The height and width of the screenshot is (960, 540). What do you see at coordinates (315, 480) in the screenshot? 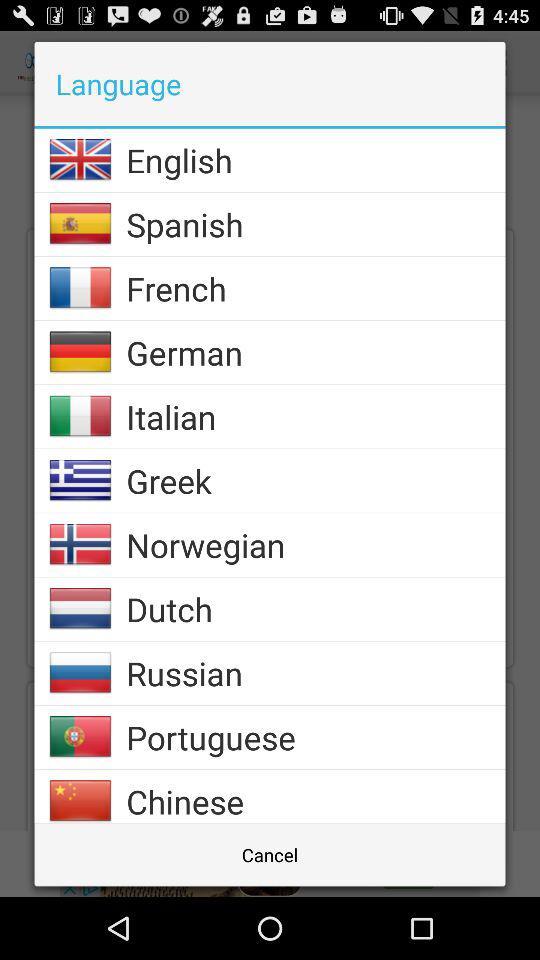
I see `the greek` at bounding box center [315, 480].